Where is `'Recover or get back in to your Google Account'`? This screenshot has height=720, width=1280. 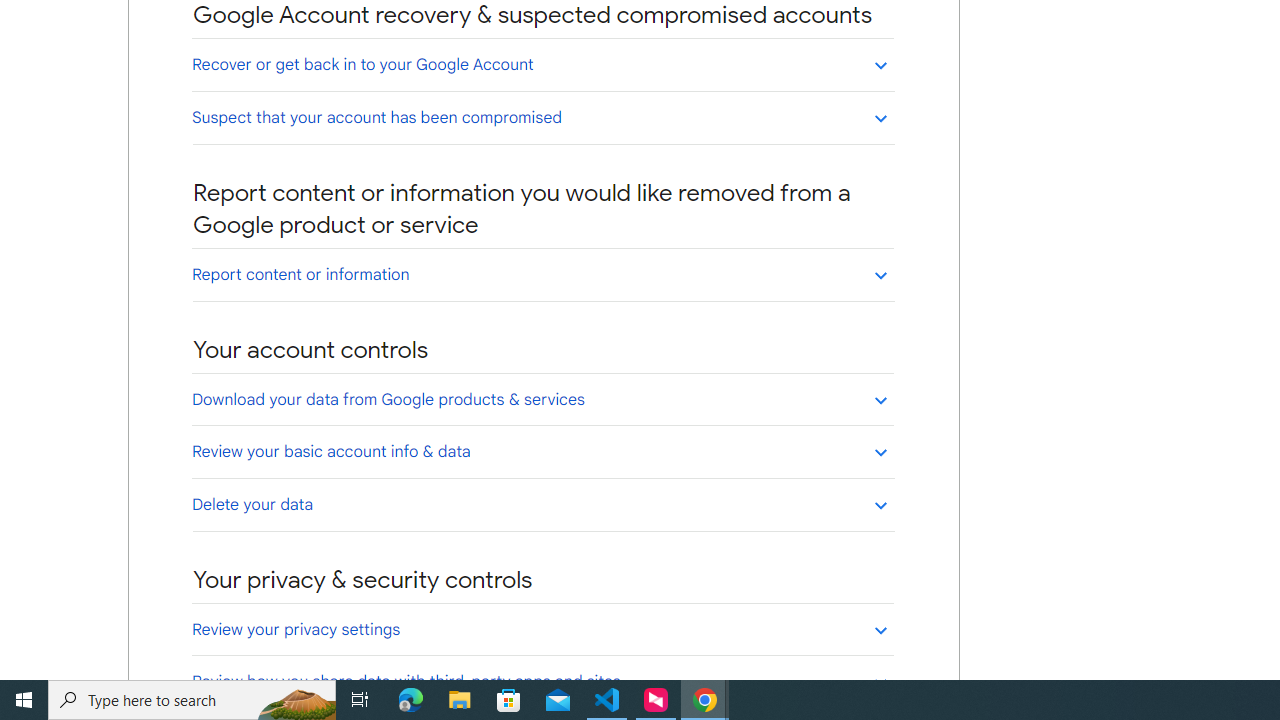
'Recover or get back in to your Google Account' is located at coordinates (542, 63).